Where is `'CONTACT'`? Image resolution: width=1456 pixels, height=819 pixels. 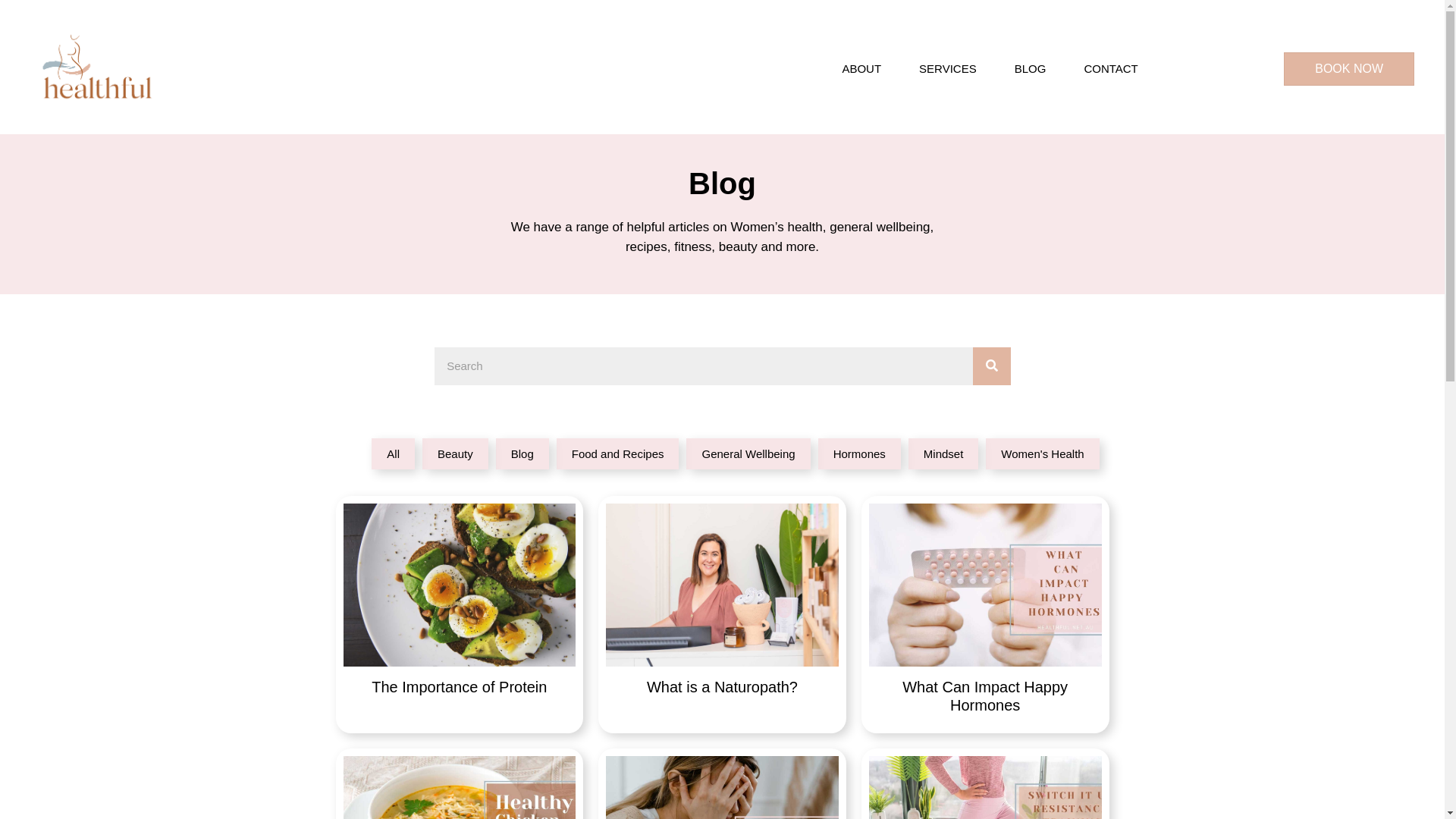 'CONTACT' is located at coordinates (1068, 69).